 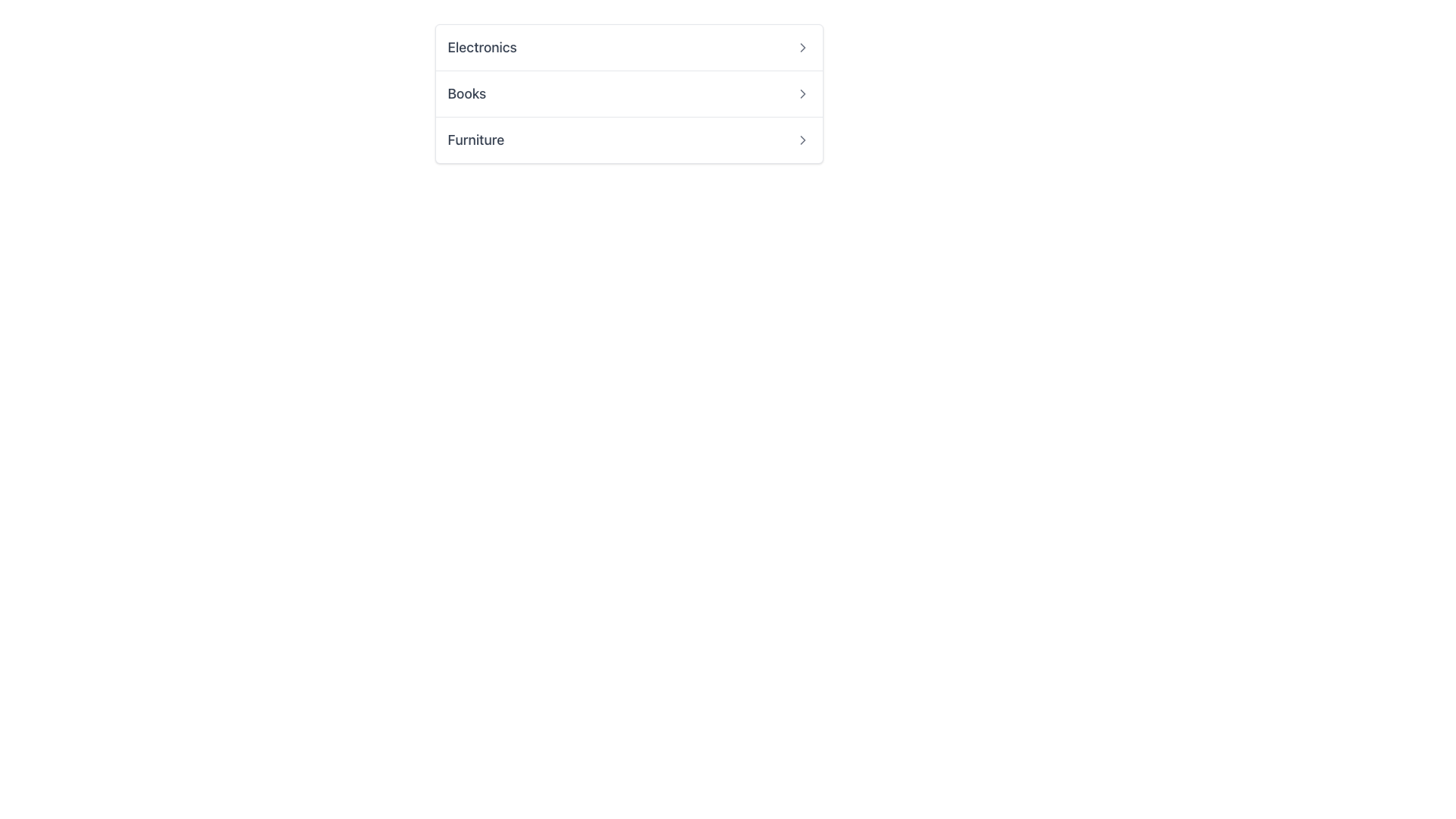 What do you see at coordinates (802, 93) in the screenshot?
I see `the right-facing chevron icon next to the 'Books' list item` at bounding box center [802, 93].